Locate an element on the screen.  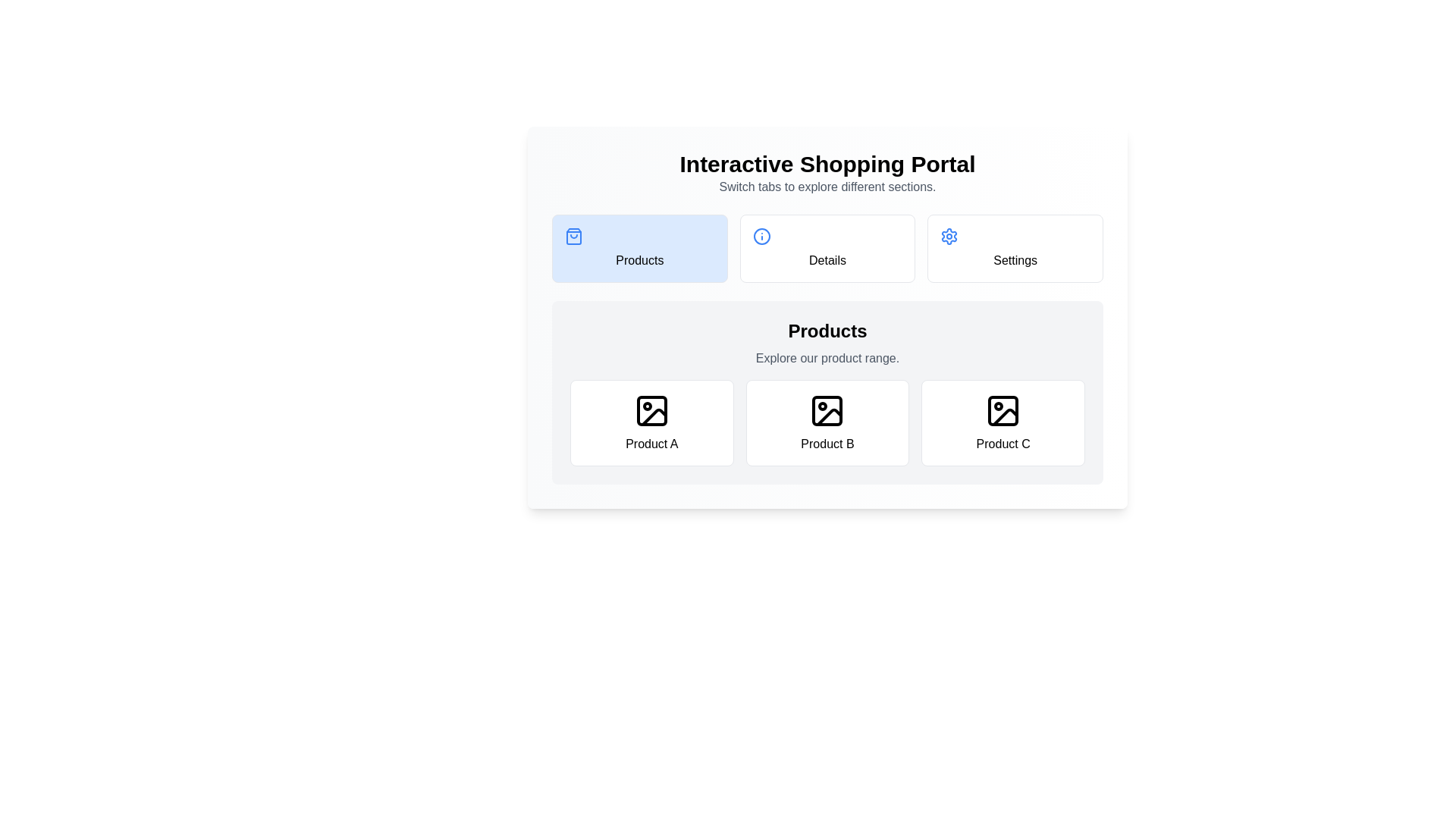
the product card labeled Product B is located at coordinates (827, 423).